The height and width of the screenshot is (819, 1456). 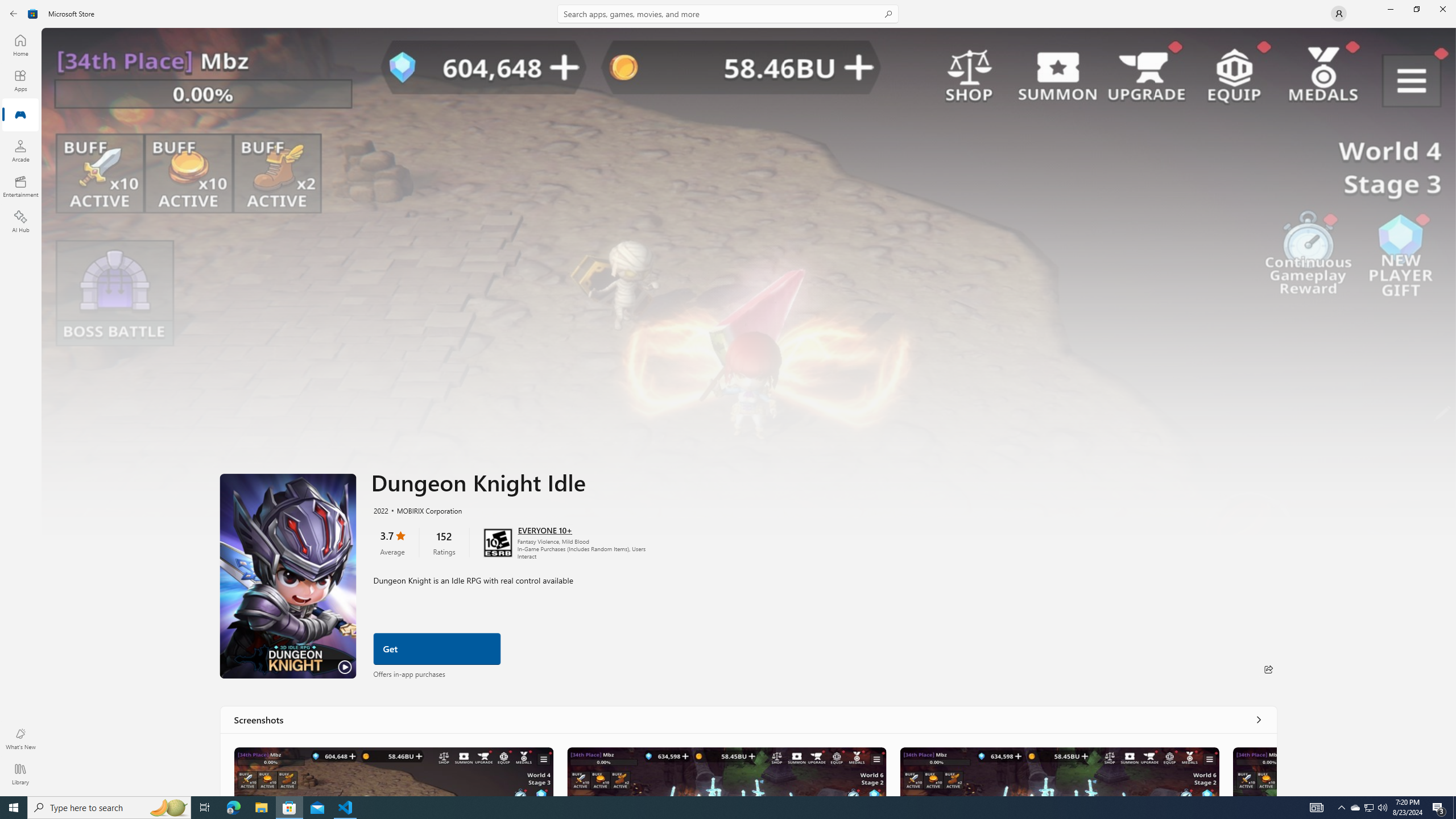 What do you see at coordinates (725, 771) in the screenshot?
I see `'Screenshot 2'` at bounding box center [725, 771].